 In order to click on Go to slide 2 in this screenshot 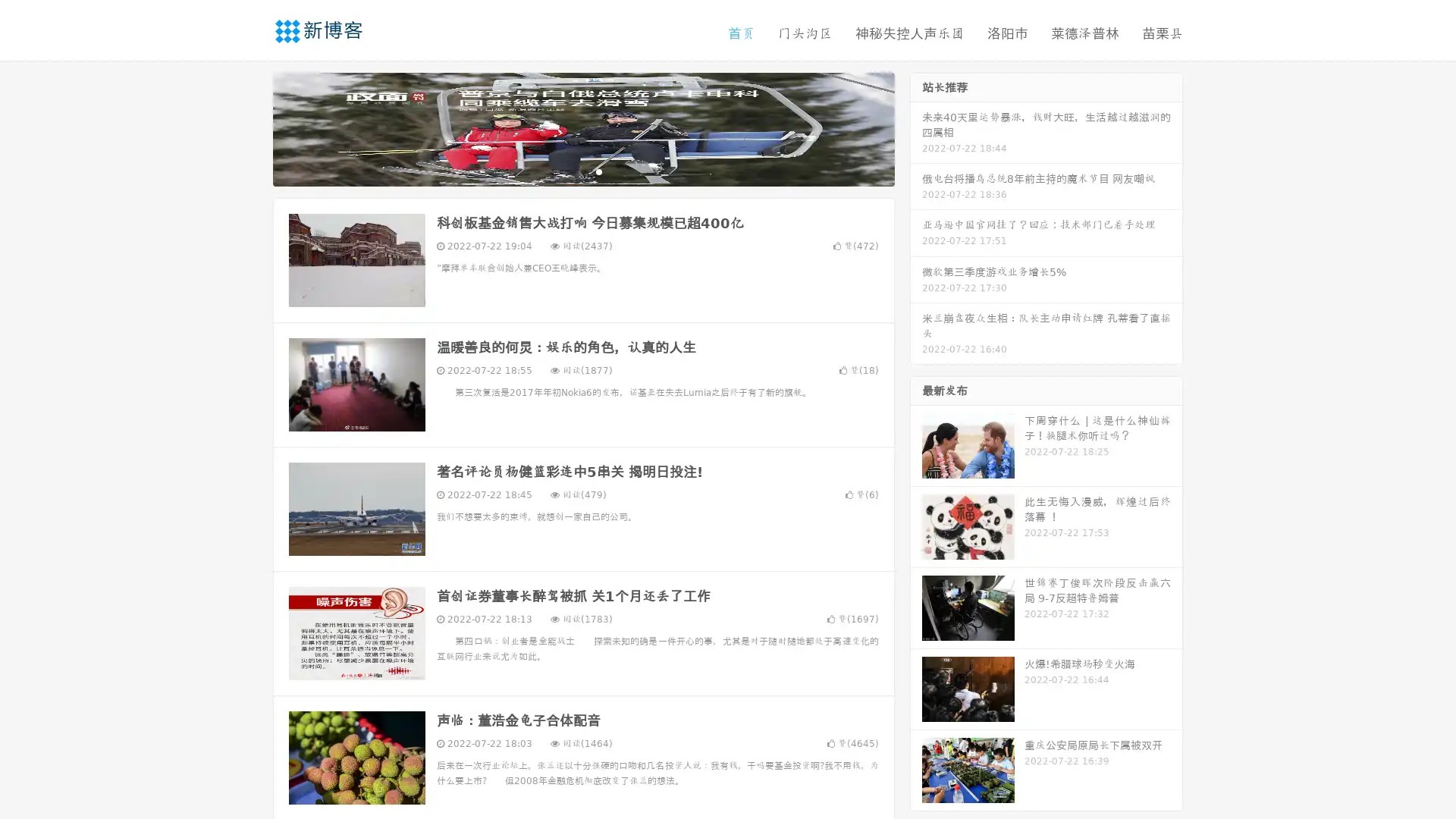, I will do `click(582, 171)`.